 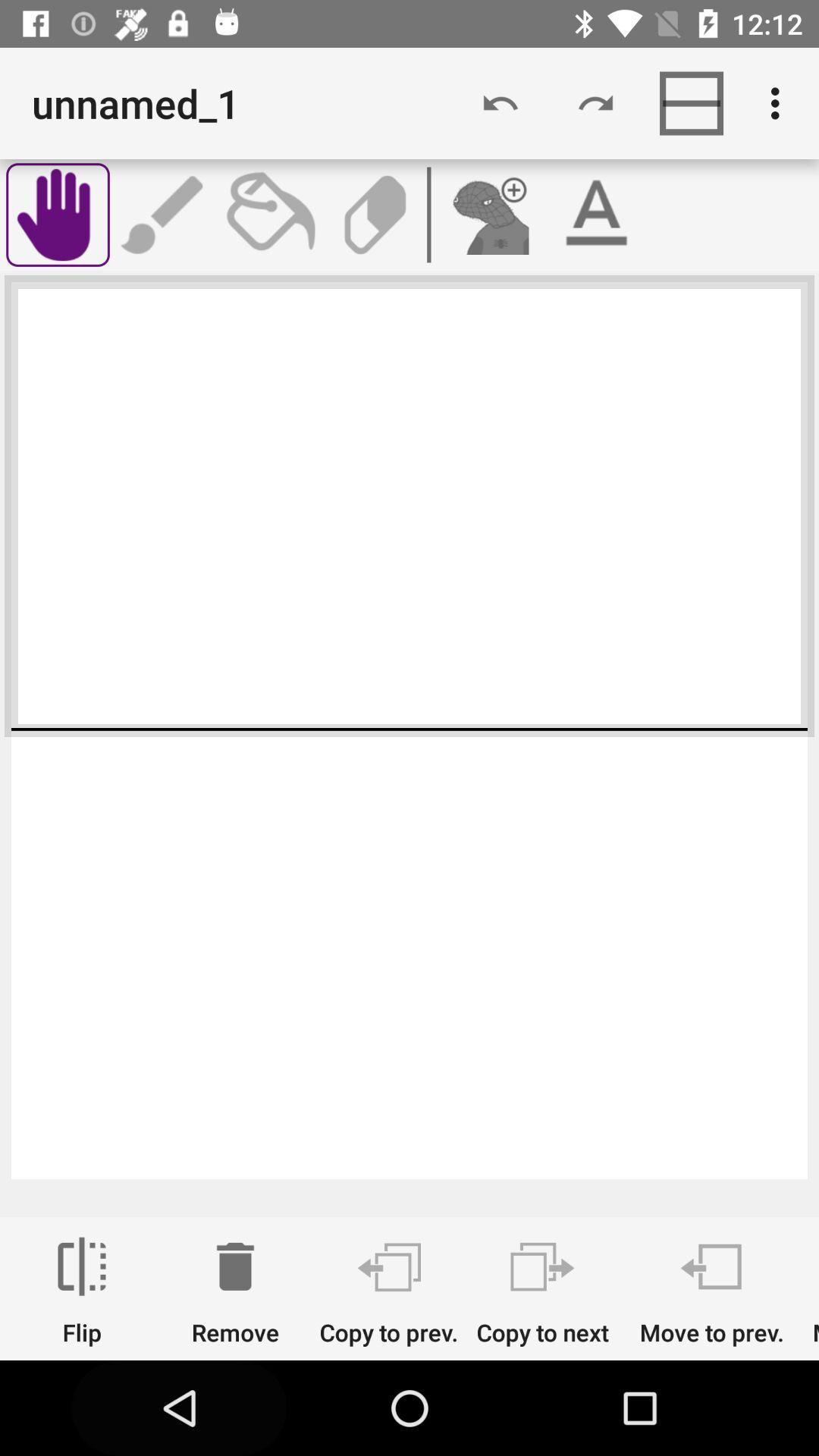 I want to click on write a message, so click(x=164, y=214).